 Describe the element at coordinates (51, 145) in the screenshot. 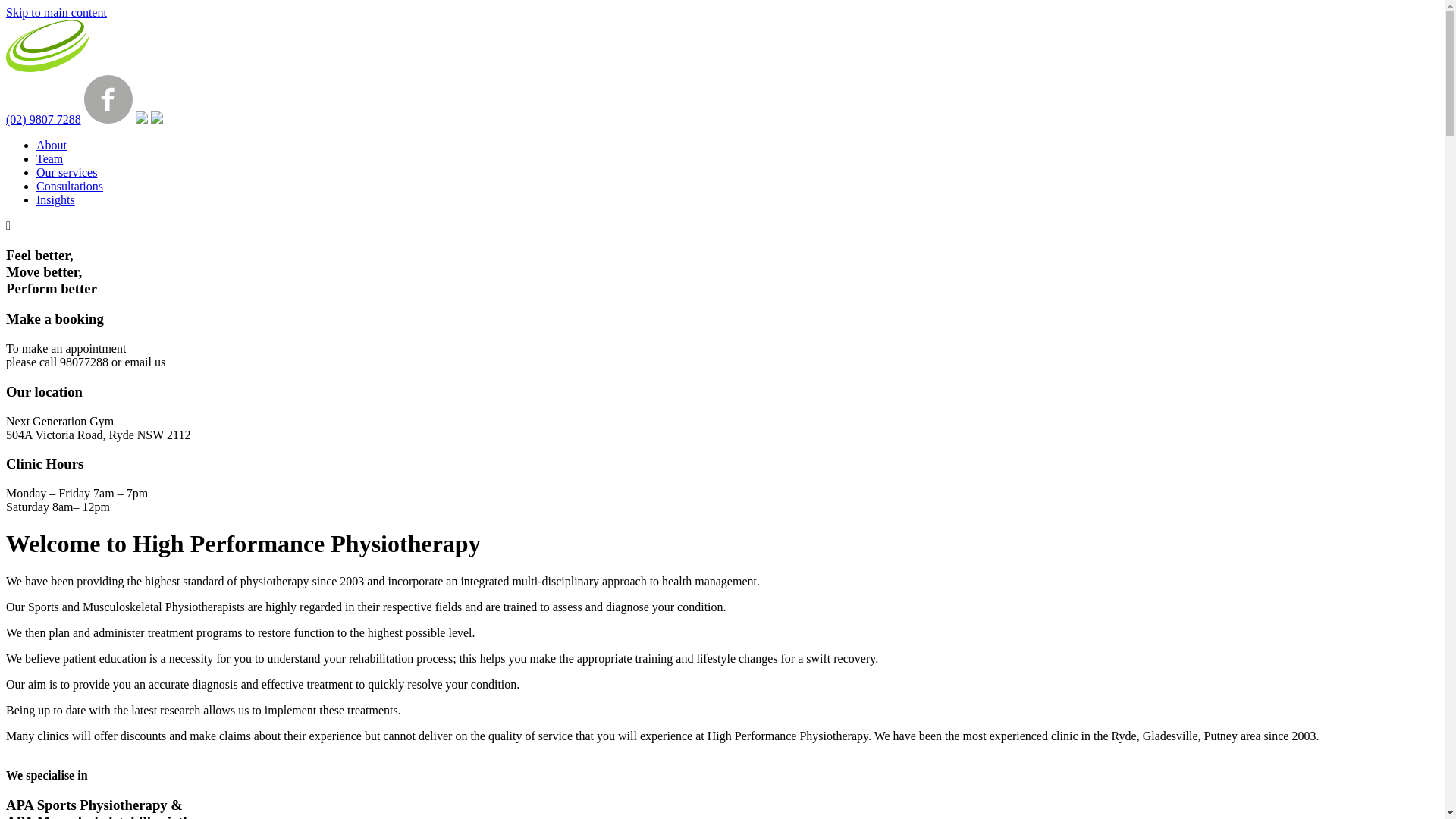

I see `'About'` at that location.